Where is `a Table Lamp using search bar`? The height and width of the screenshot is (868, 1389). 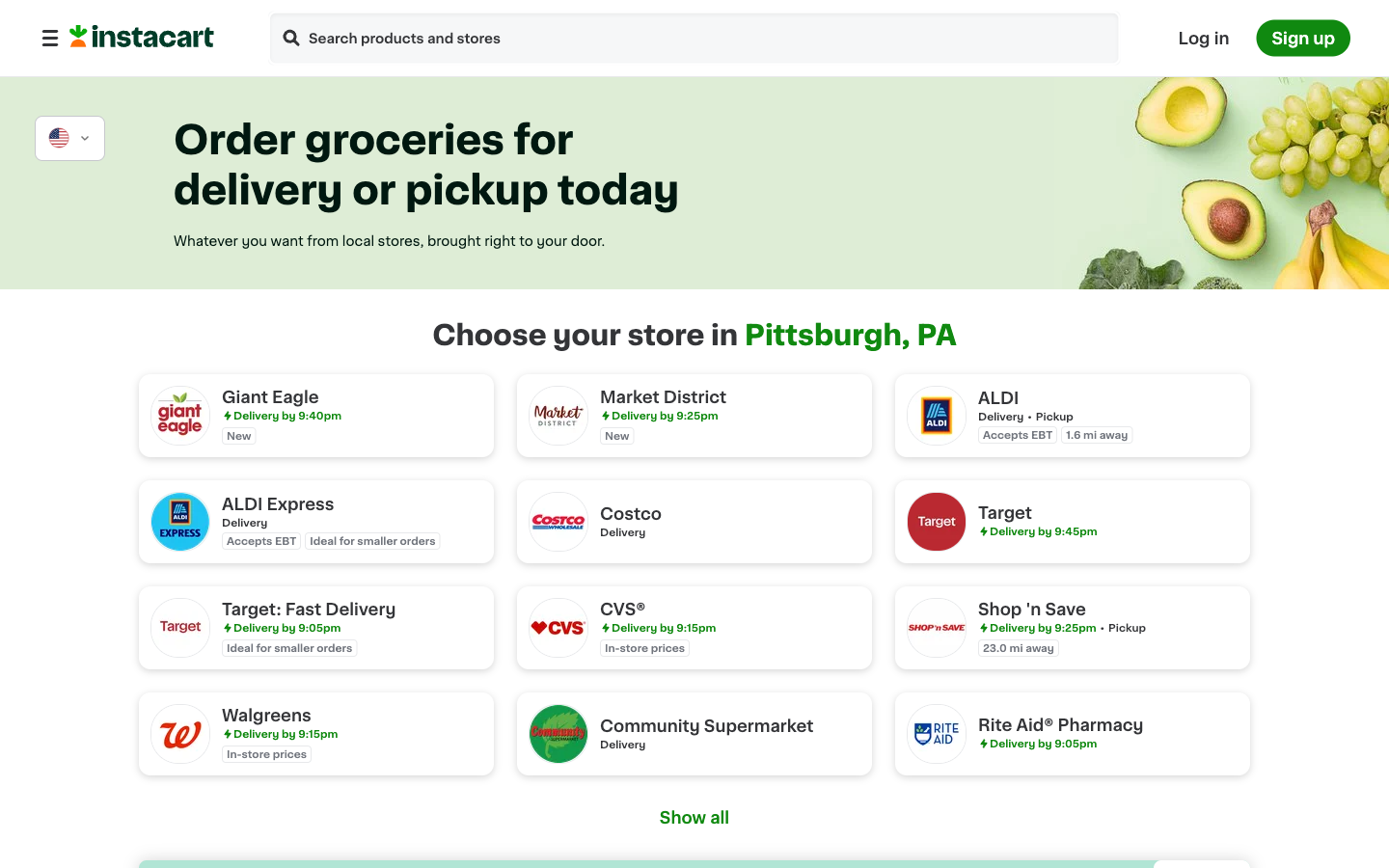 a Table Lamp using search bar is located at coordinates (290, 39).